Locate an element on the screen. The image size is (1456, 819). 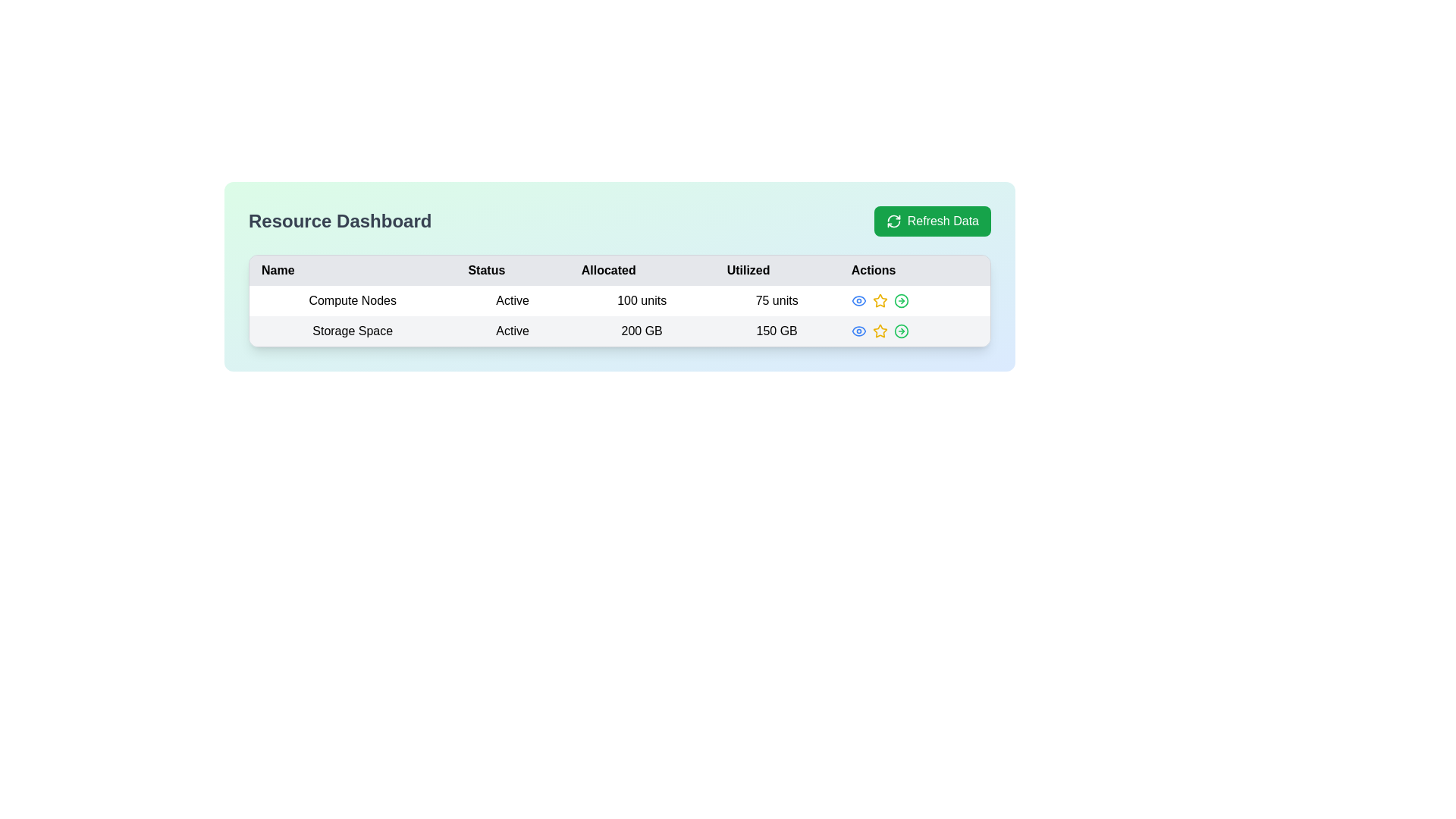
the second row of the resource storage details table, located below the 'Compute Nodes' row is located at coordinates (620, 330).